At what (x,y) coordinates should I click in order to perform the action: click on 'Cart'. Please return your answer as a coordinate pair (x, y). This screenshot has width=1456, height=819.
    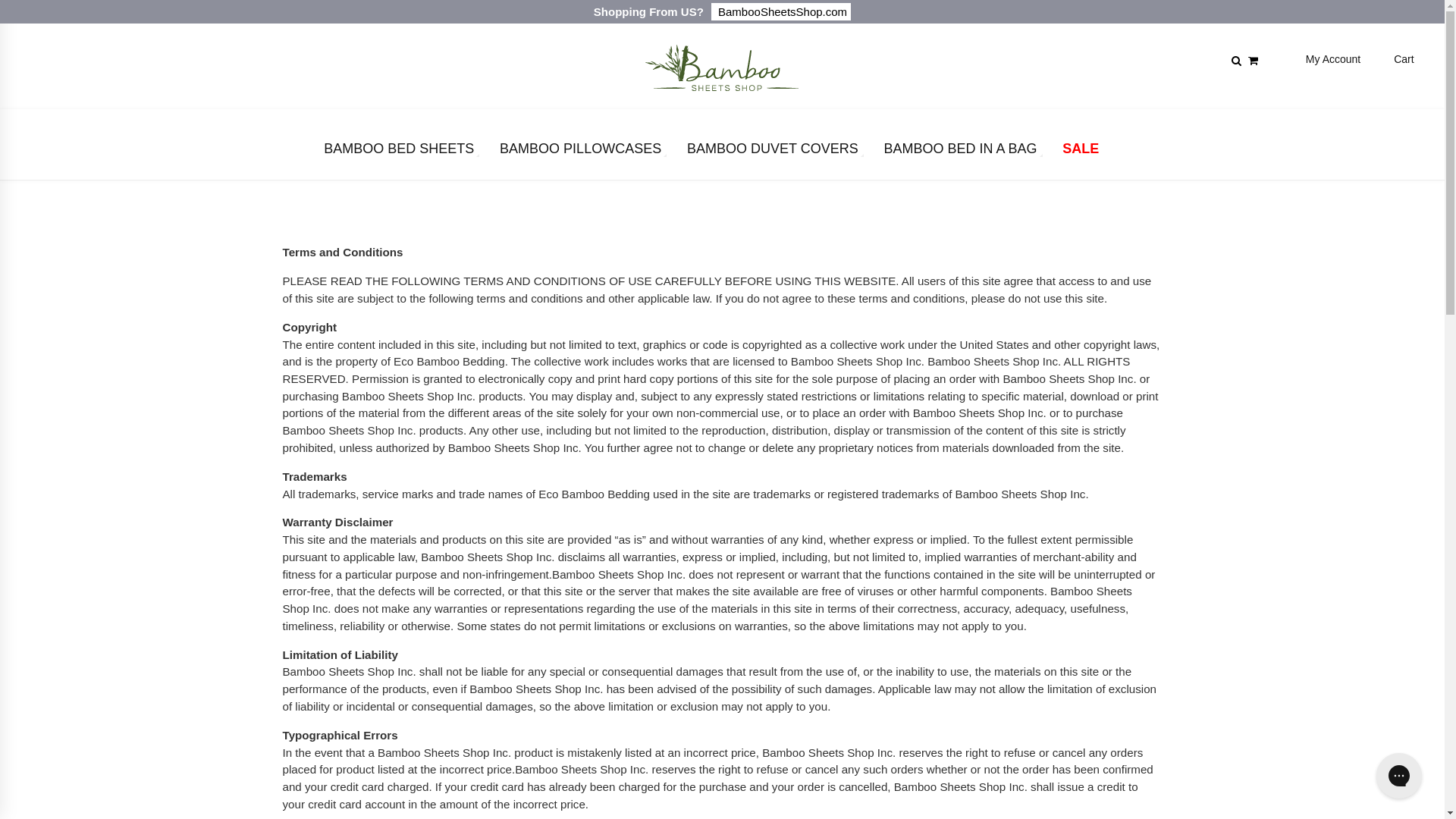
    Looking at the image, I should click on (1403, 58).